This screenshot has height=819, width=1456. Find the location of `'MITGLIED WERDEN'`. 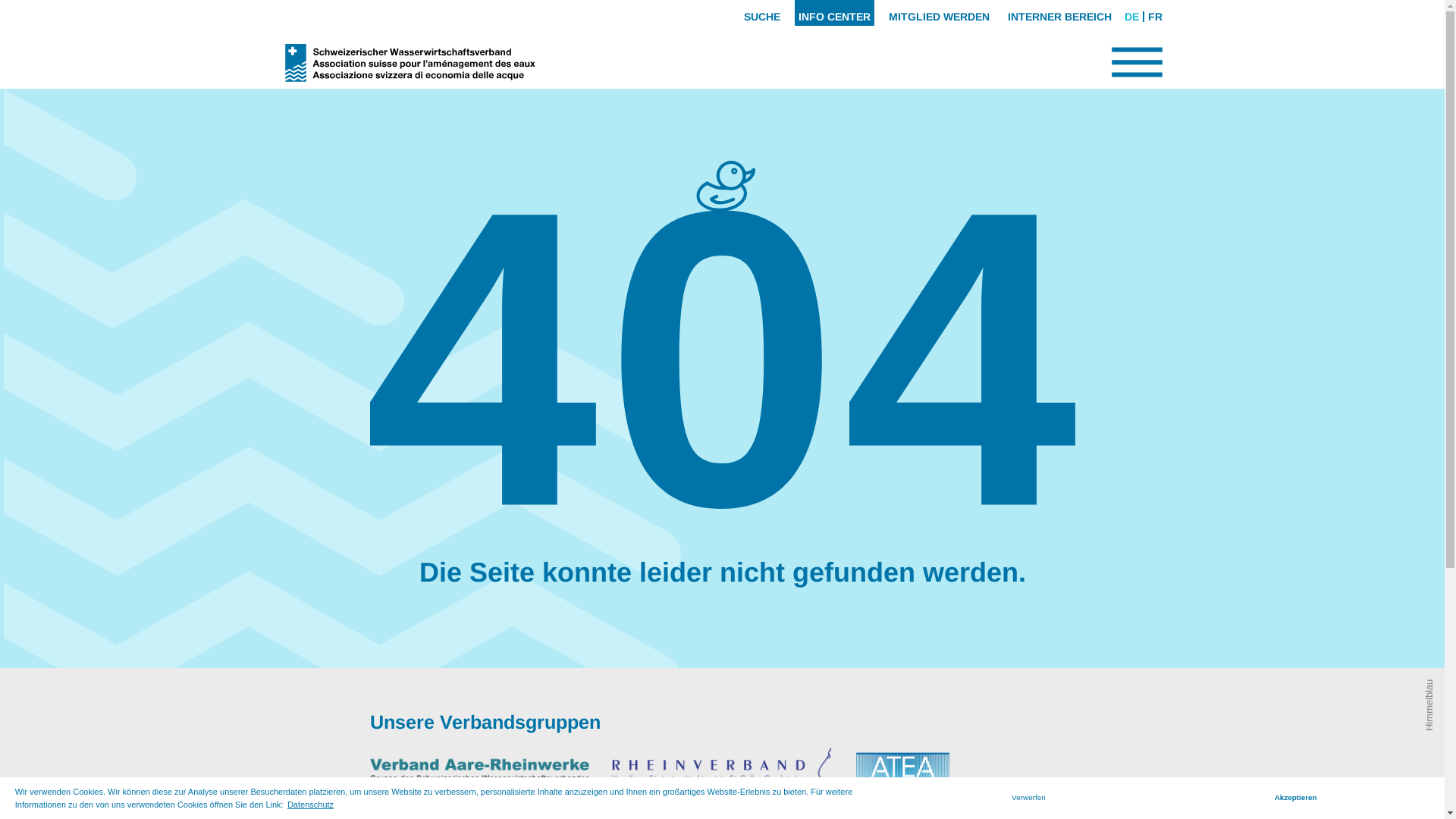

'MITGLIED WERDEN' is located at coordinates (937, 12).